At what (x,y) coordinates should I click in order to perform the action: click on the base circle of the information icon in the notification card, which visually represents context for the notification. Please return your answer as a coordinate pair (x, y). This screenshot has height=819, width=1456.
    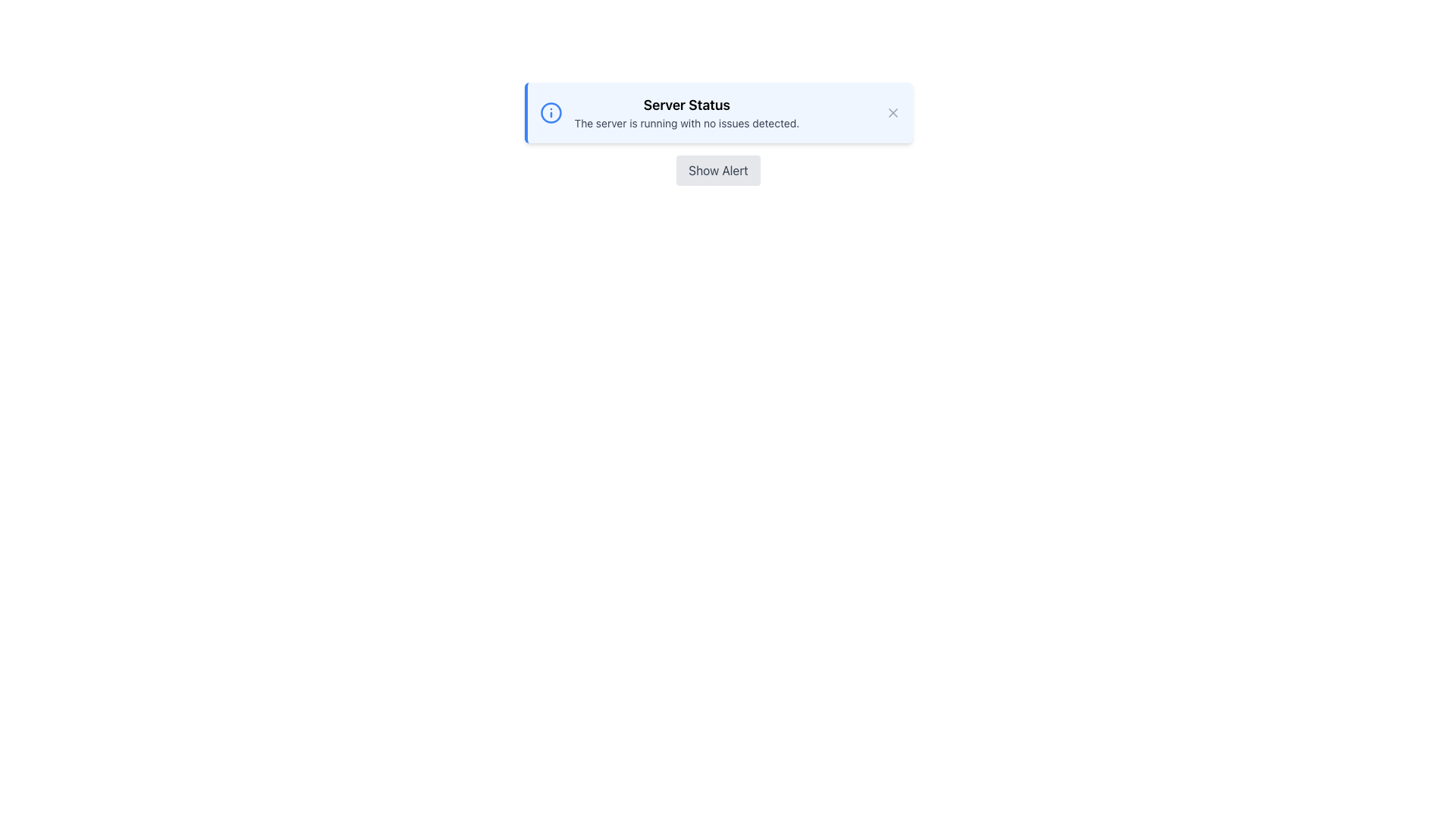
    Looking at the image, I should click on (550, 112).